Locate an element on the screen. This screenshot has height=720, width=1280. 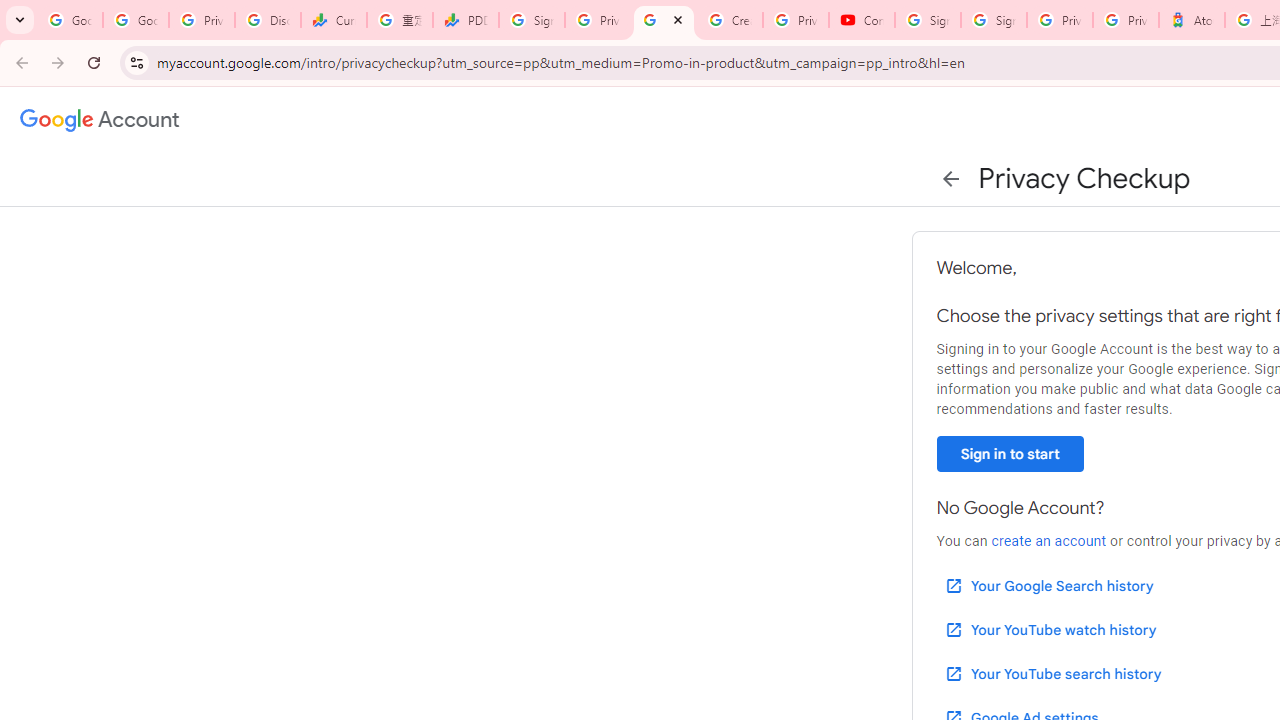
'Sign in to start' is located at coordinates (1009, 454).